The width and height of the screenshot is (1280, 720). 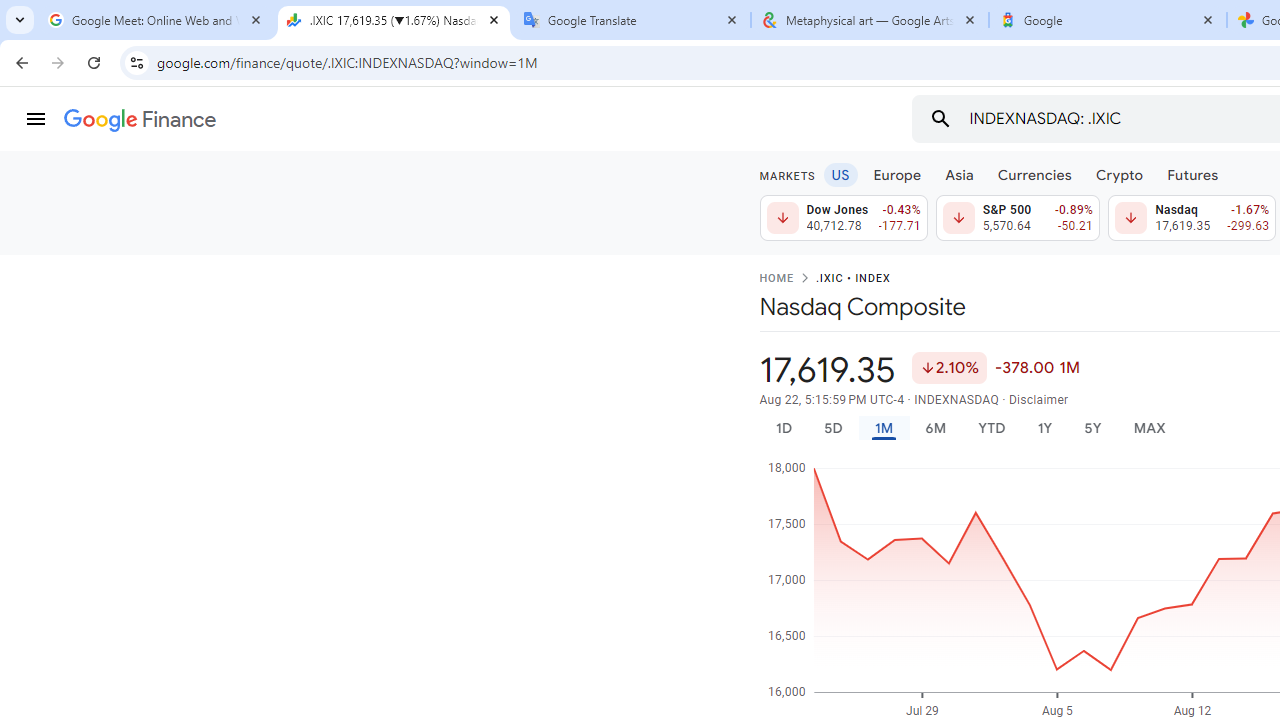 I want to click on 'Disclaimer', so click(x=1038, y=399).